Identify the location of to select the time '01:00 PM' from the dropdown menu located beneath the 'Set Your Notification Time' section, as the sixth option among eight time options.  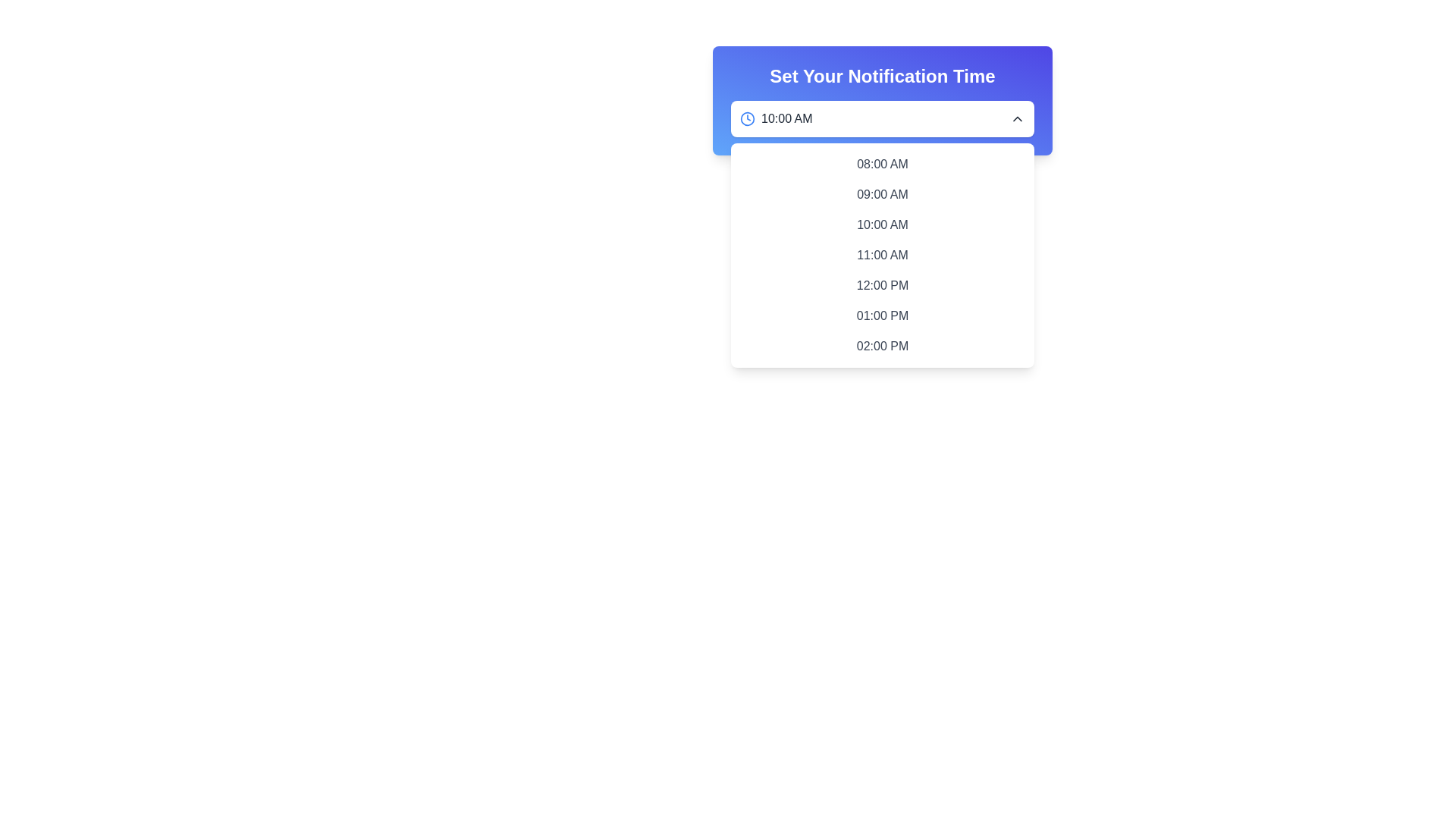
(882, 315).